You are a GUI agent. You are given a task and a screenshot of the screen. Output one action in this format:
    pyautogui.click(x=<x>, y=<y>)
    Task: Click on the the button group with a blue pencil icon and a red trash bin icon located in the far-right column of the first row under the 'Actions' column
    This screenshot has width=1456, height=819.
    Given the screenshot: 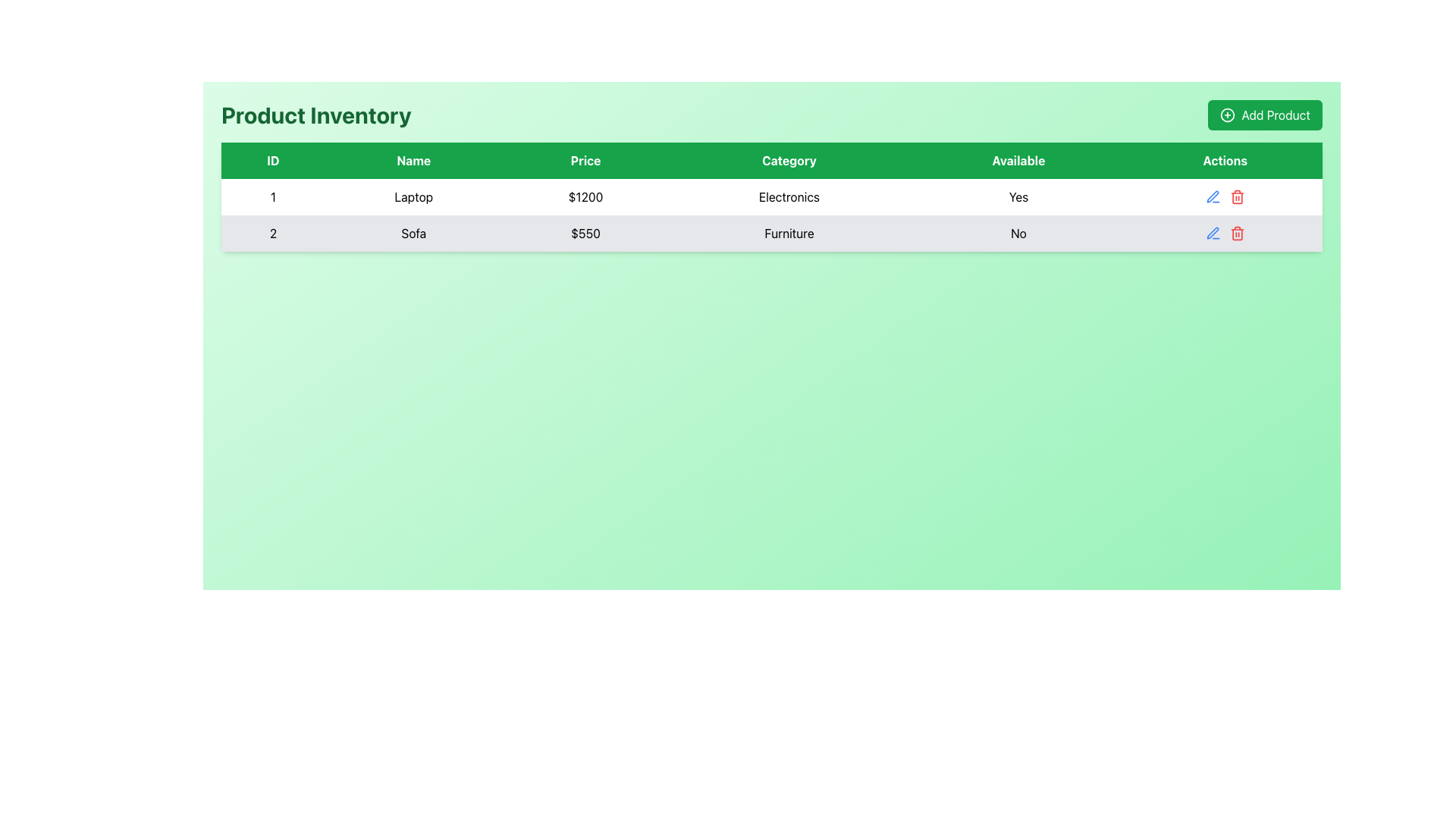 What is the action you would take?
    pyautogui.click(x=1225, y=196)
    